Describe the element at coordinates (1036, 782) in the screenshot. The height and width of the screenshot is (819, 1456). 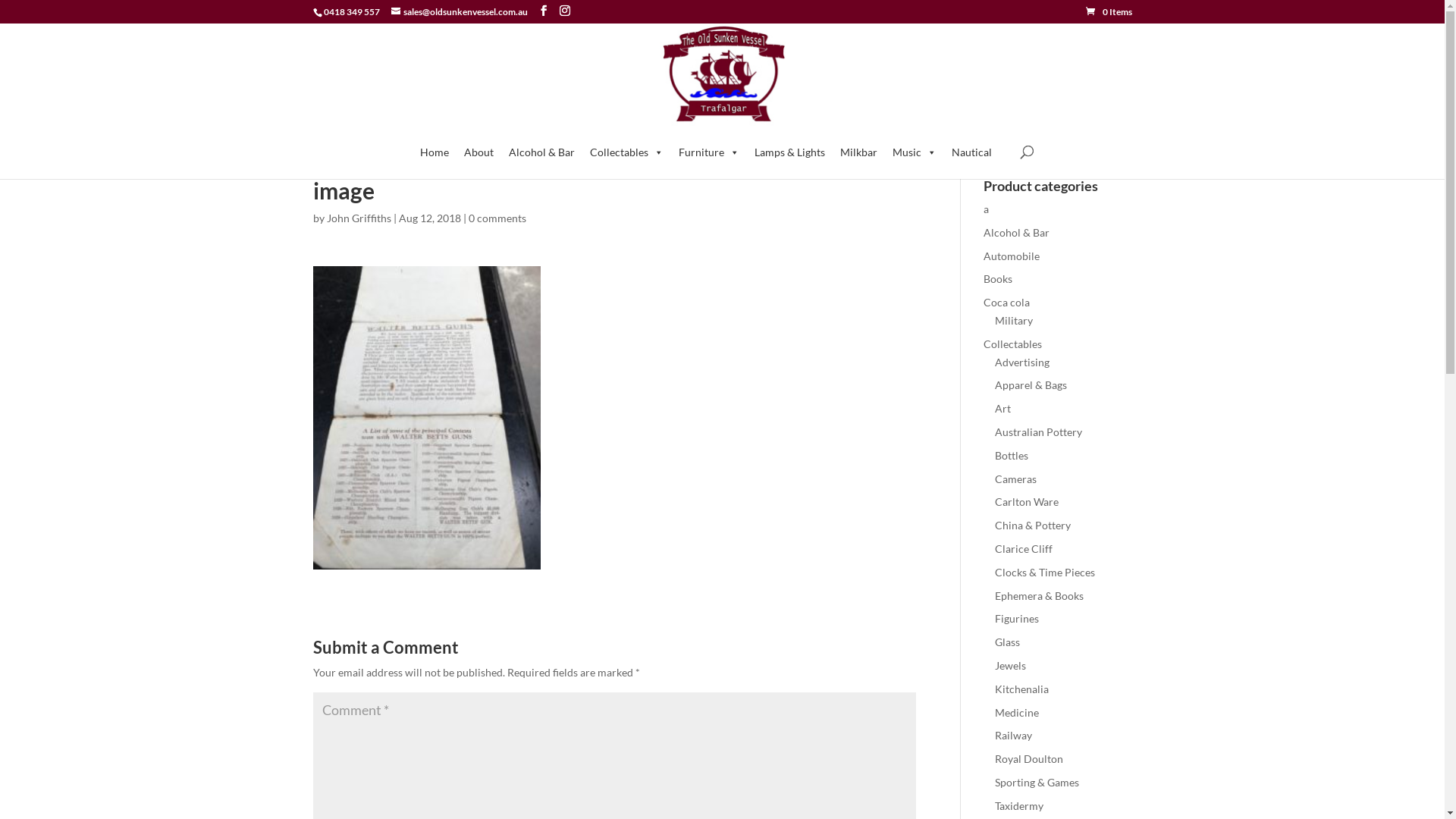
I see `'Sporting & Games'` at that location.